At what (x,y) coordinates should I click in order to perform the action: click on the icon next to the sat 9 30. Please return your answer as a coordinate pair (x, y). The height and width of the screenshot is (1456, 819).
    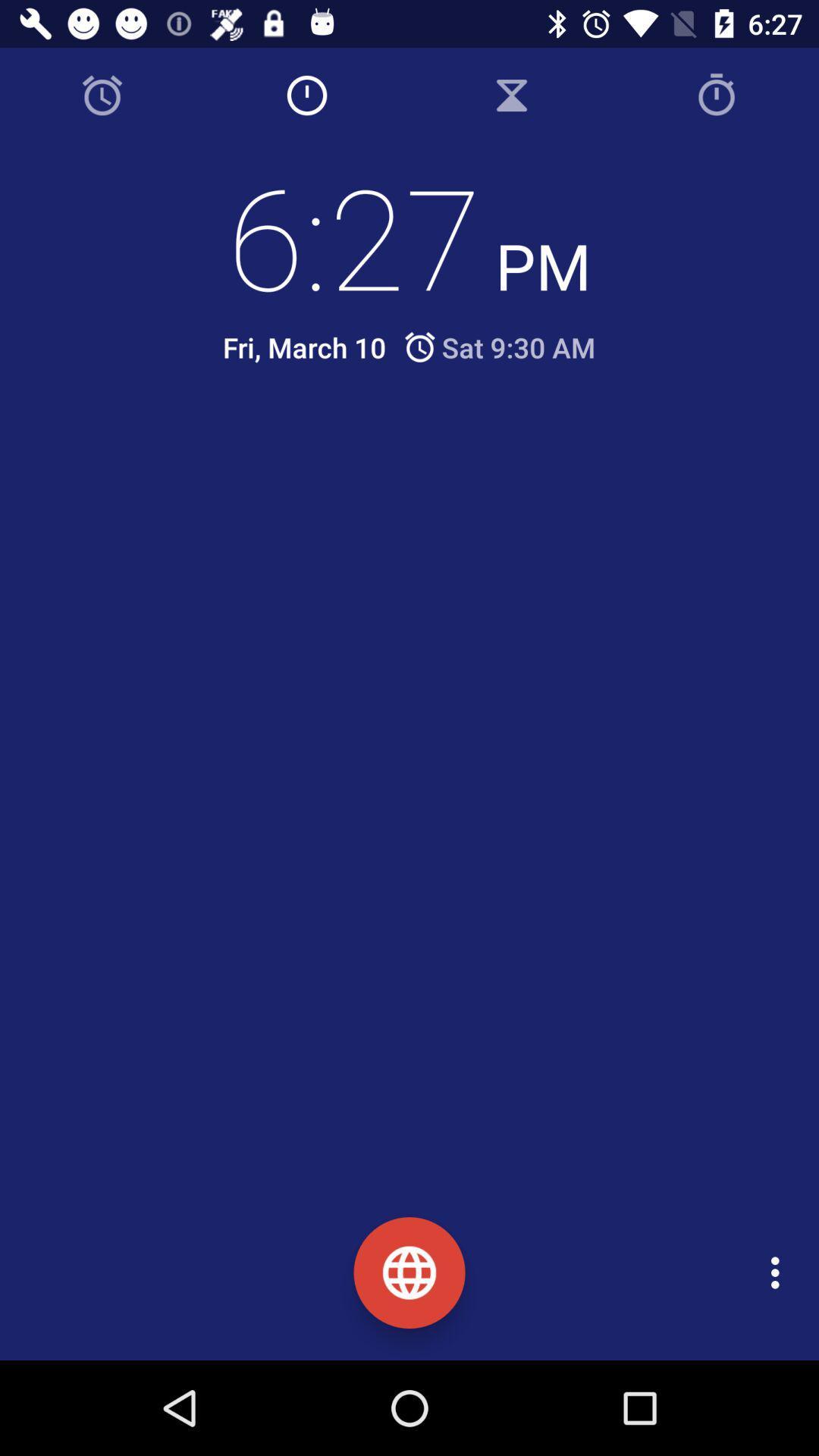
    Looking at the image, I should click on (304, 347).